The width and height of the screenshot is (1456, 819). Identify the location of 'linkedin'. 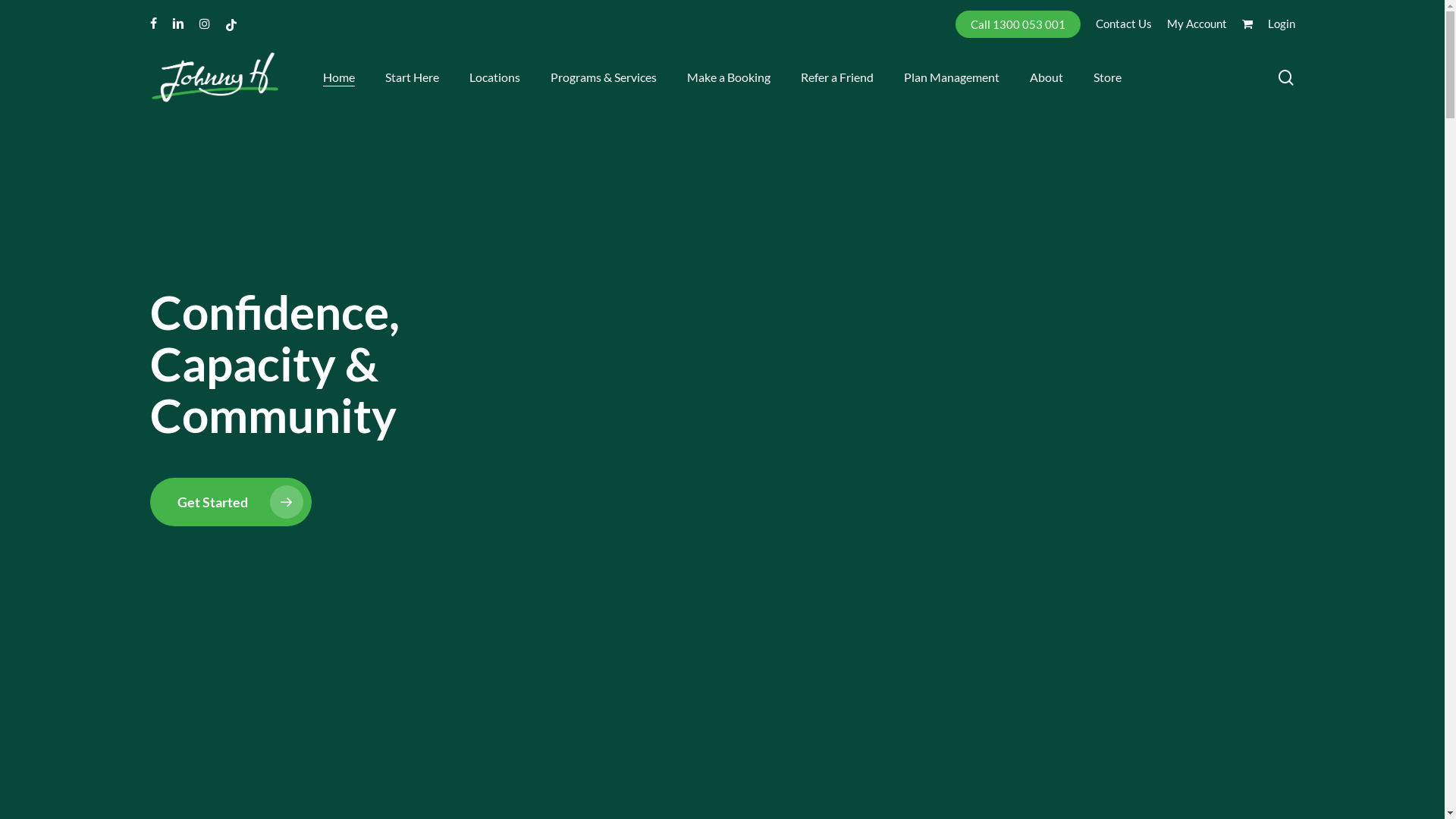
(177, 23).